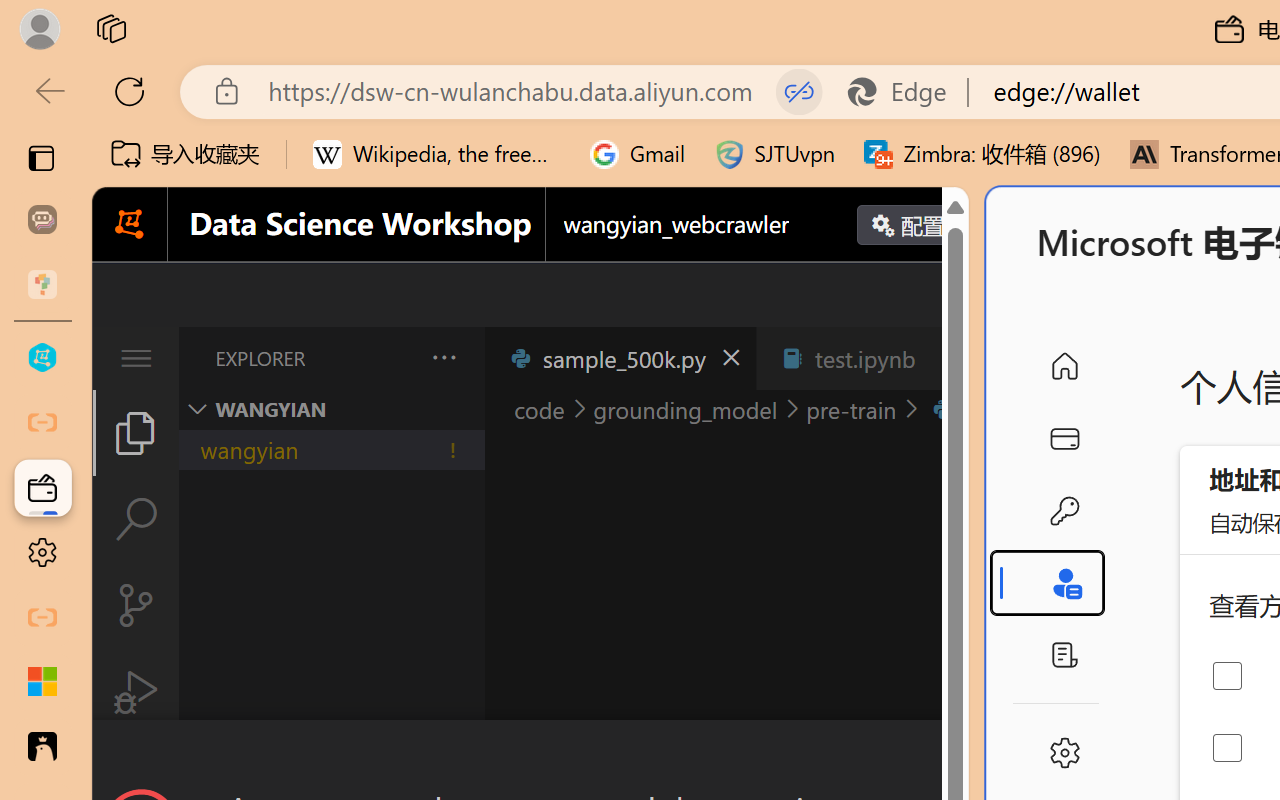 The height and width of the screenshot is (800, 1280). I want to click on 'SJTUvpn', so click(773, 154).